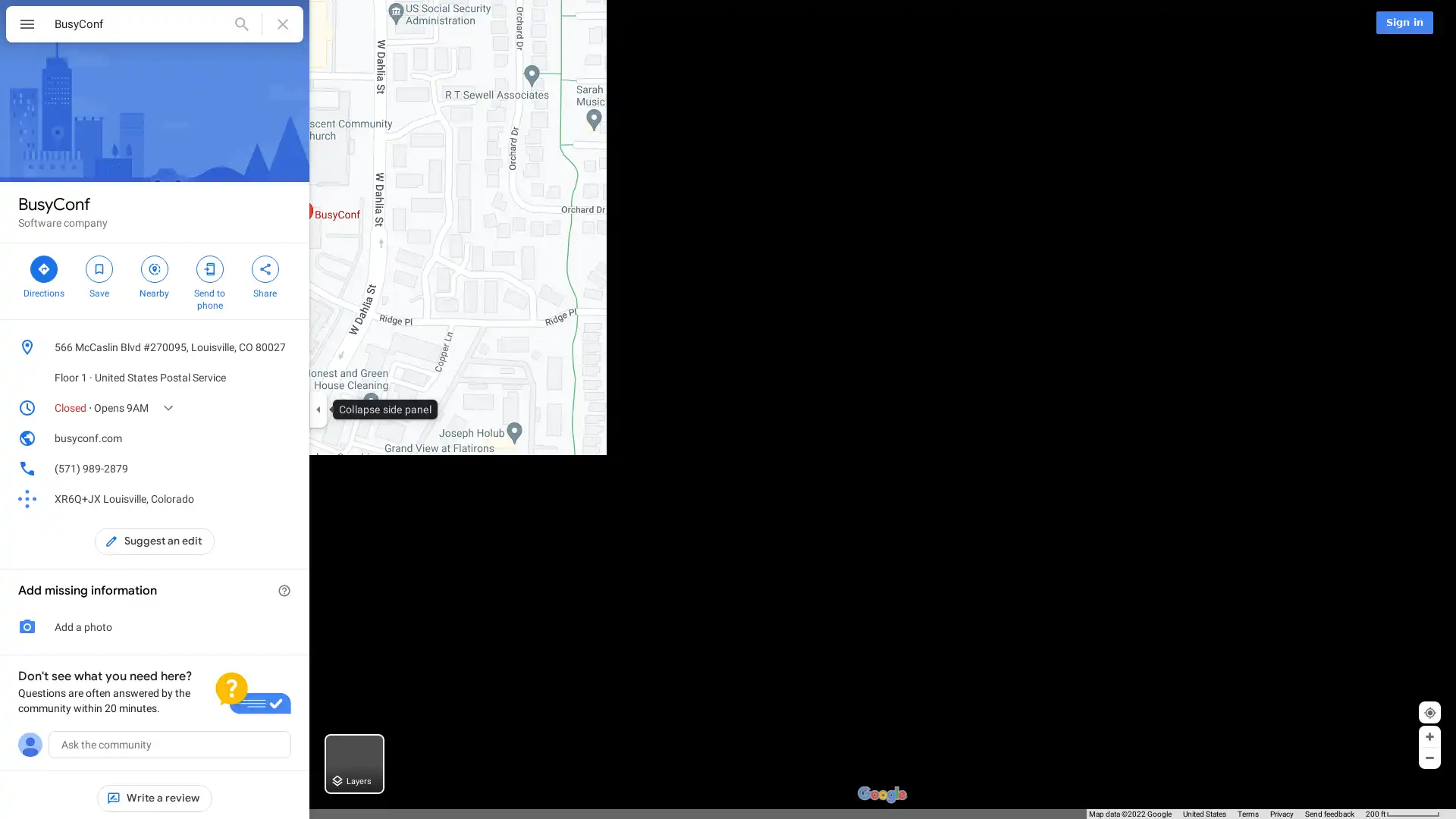  Describe the element at coordinates (283, 24) in the screenshot. I see `Clear search` at that location.